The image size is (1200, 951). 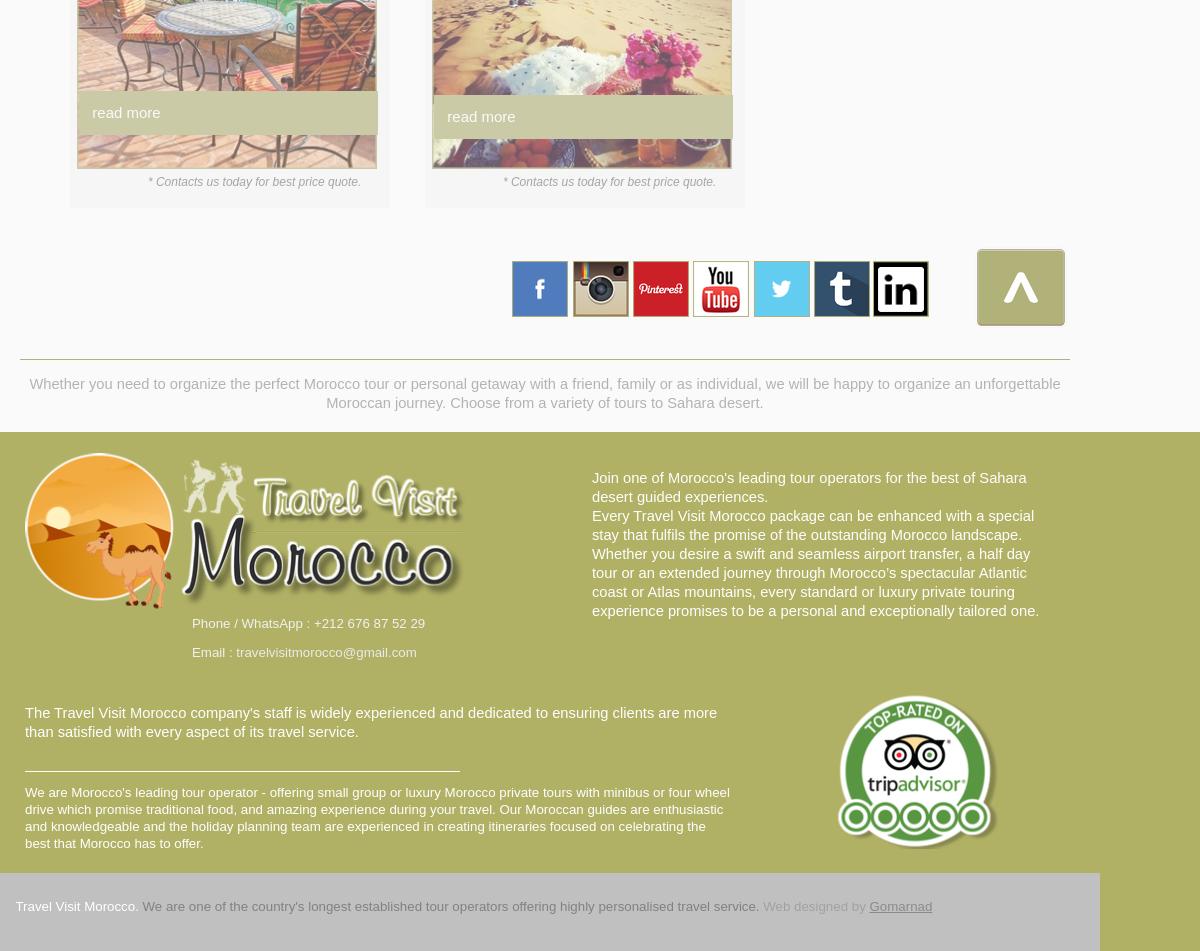 What do you see at coordinates (812, 905) in the screenshot?
I see `'Web designed by'` at bounding box center [812, 905].